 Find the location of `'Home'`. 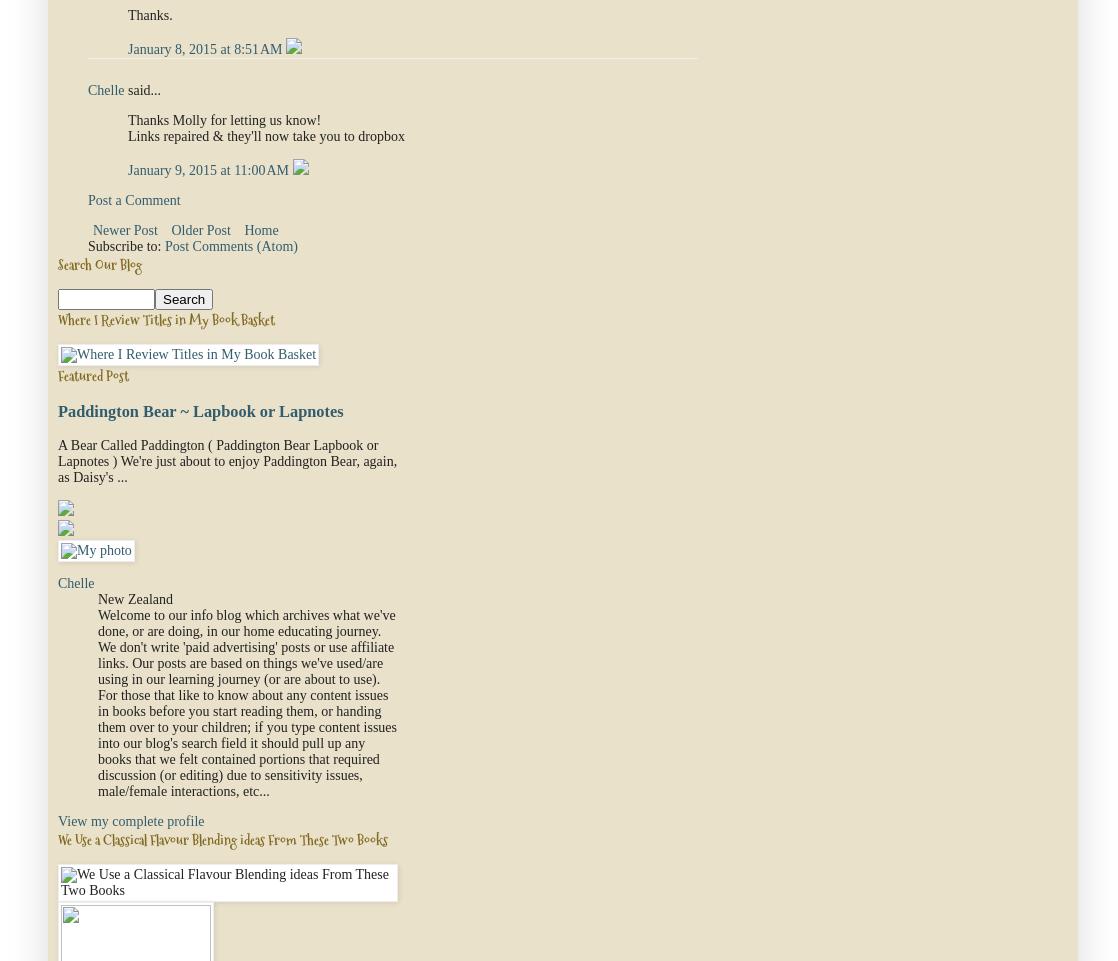

'Home' is located at coordinates (261, 228).